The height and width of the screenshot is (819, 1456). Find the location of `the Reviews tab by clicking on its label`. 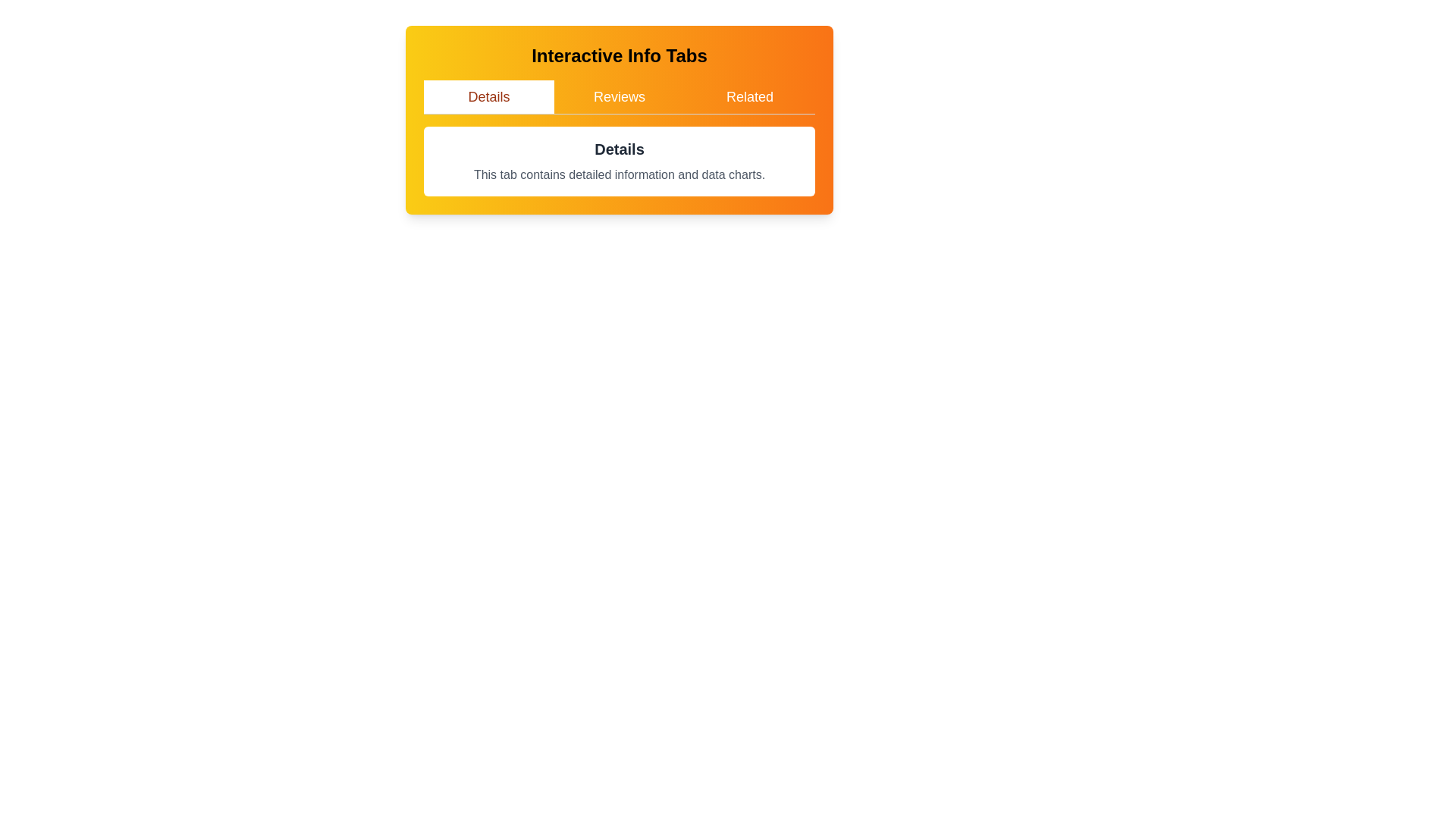

the Reviews tab by clicking on its label is located at coordinates (619, 96).